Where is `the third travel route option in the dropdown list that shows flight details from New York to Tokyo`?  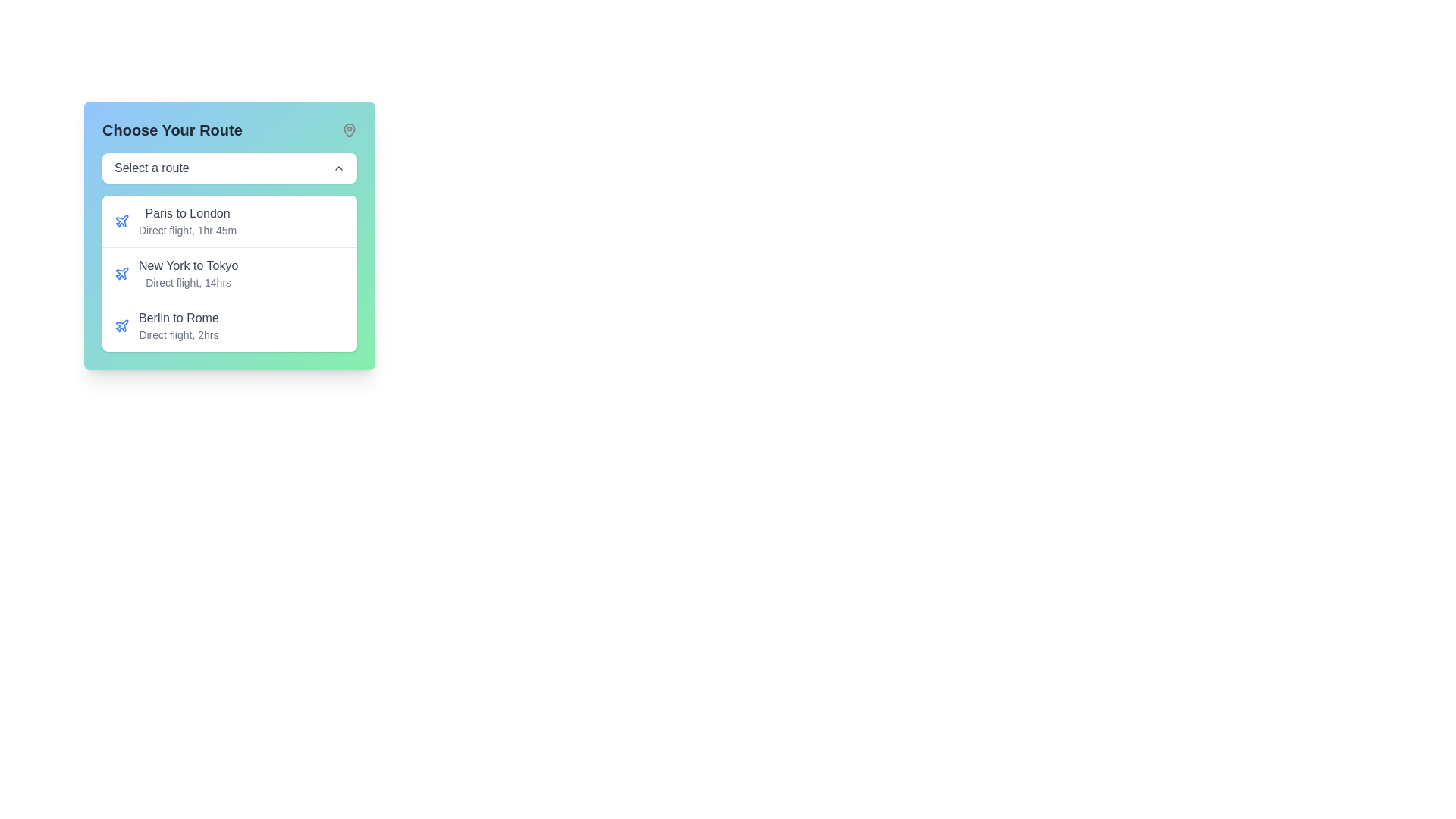 the third travel route option in the dropdown list that shows flight details from New York to Tokyo is located at coordinates (228, 325).